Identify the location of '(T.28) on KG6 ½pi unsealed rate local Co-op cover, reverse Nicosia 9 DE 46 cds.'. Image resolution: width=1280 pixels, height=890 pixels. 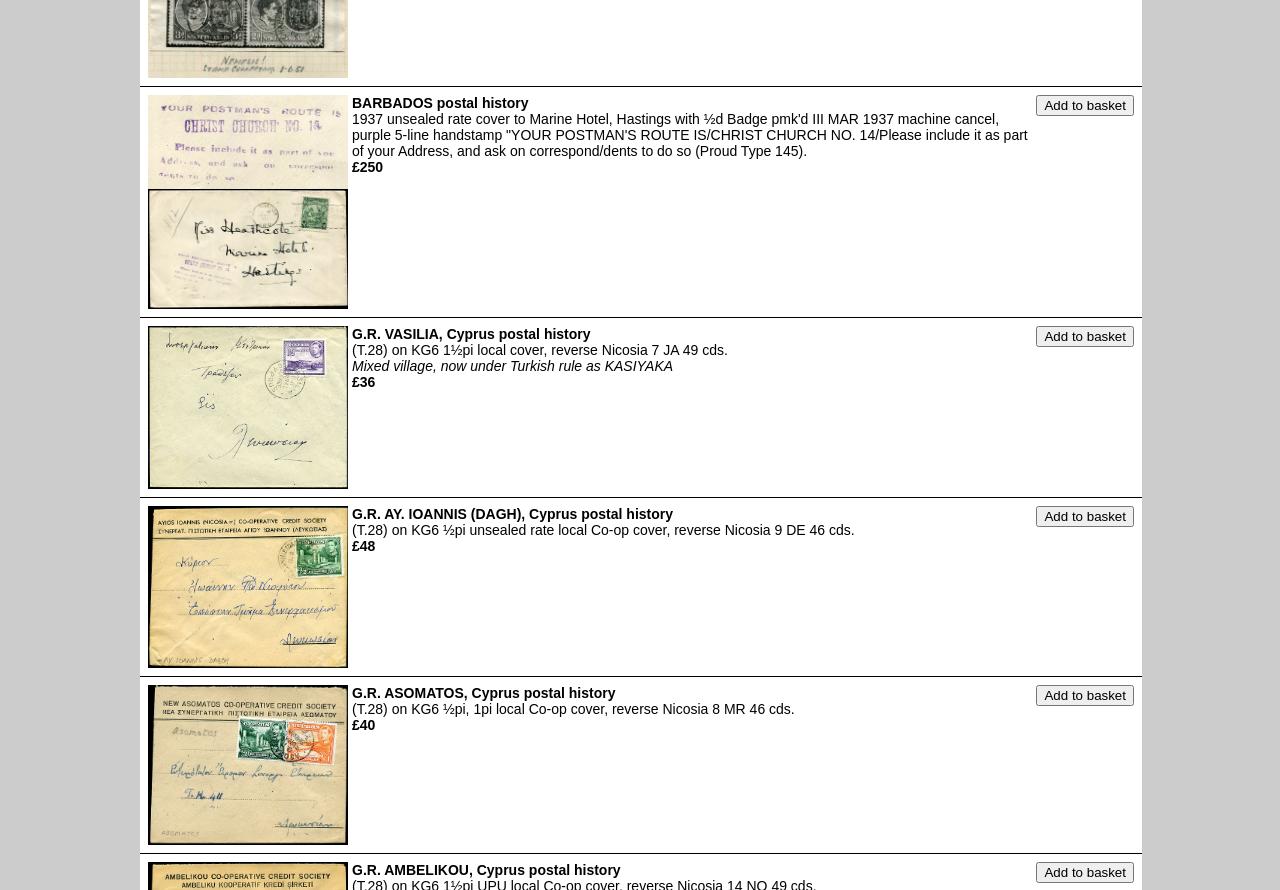
(602, 528).